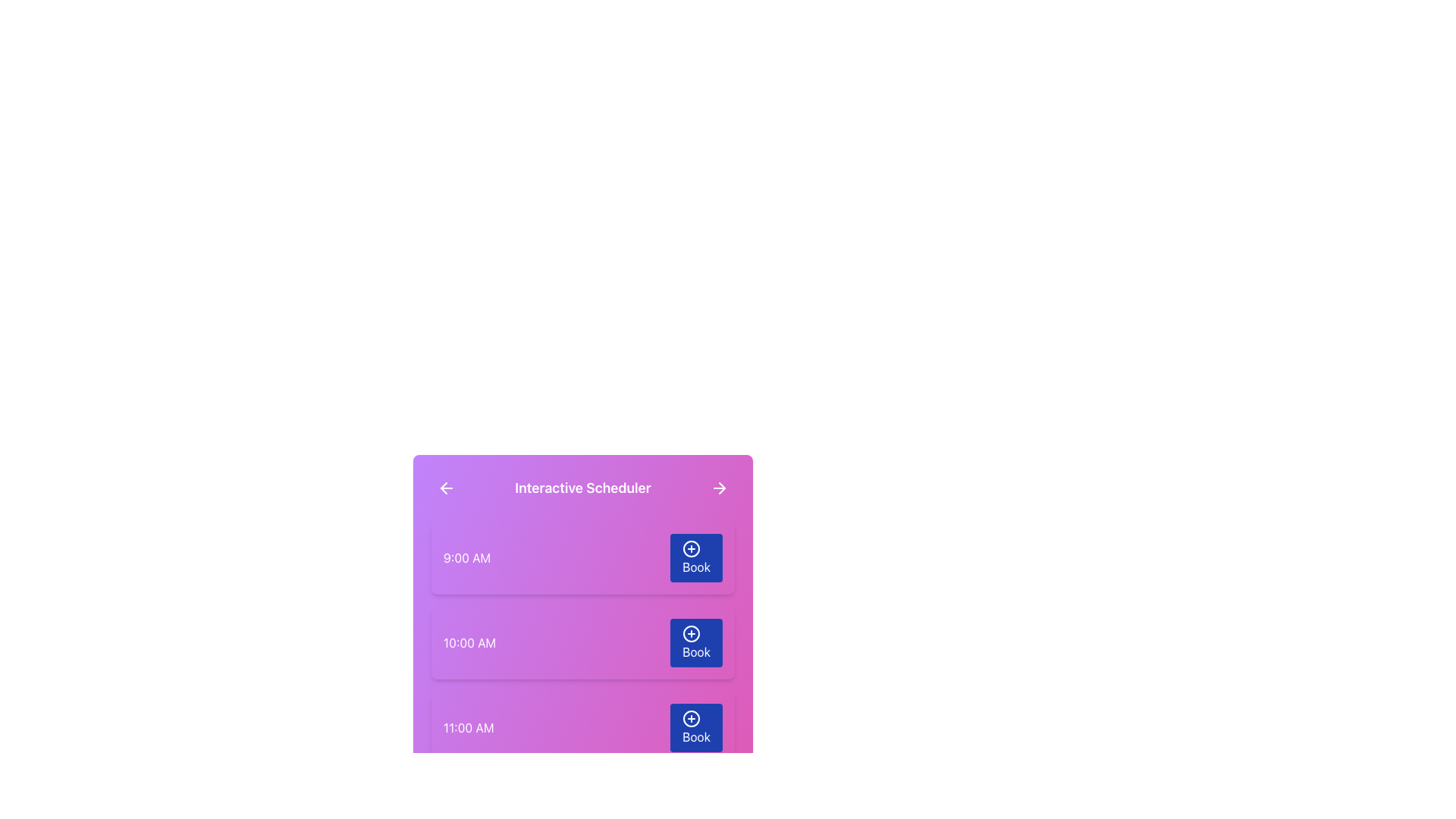 The image size is (1456, 819). I want to click on the 'Book' button located on the far right of the second row in the time slot list to book the 10:00 AM appointment, so click(695, 643).